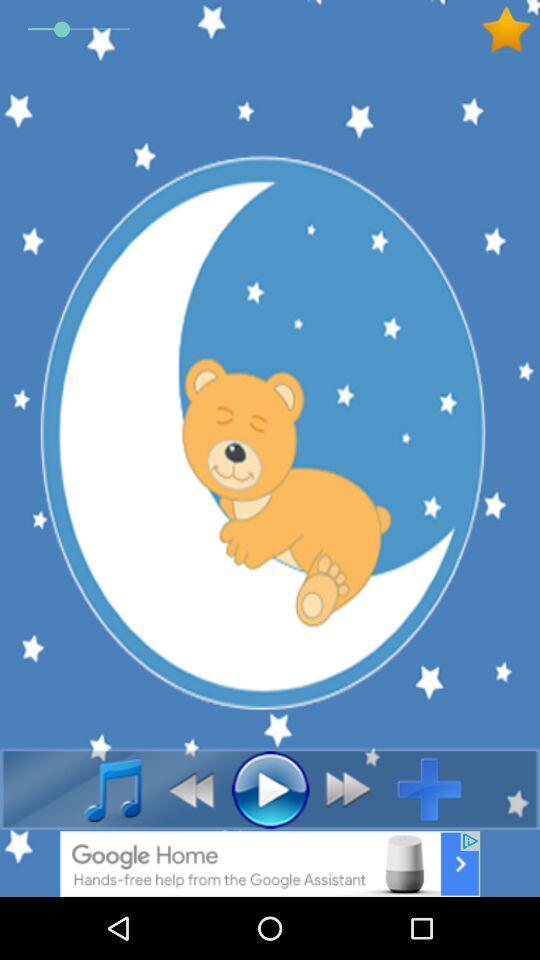  What do you see at coordinates (102, 789) in the screenshot?
I see `music button` at bounding box center [102, 789].